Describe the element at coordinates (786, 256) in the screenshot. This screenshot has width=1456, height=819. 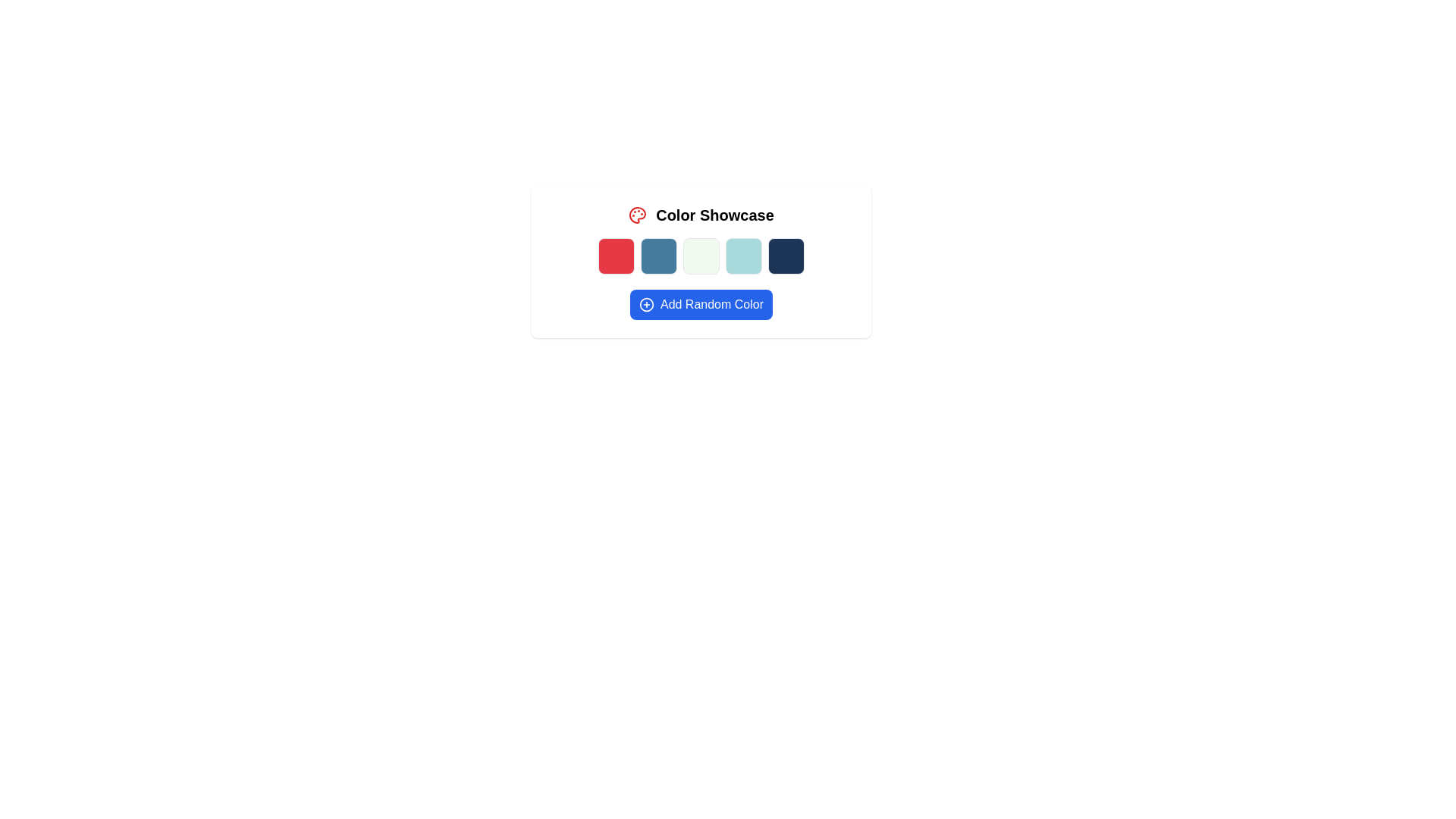
I see `the fifth tile in a horizontal row of tiles, which has a dark blue background and rounded borders` at that location.